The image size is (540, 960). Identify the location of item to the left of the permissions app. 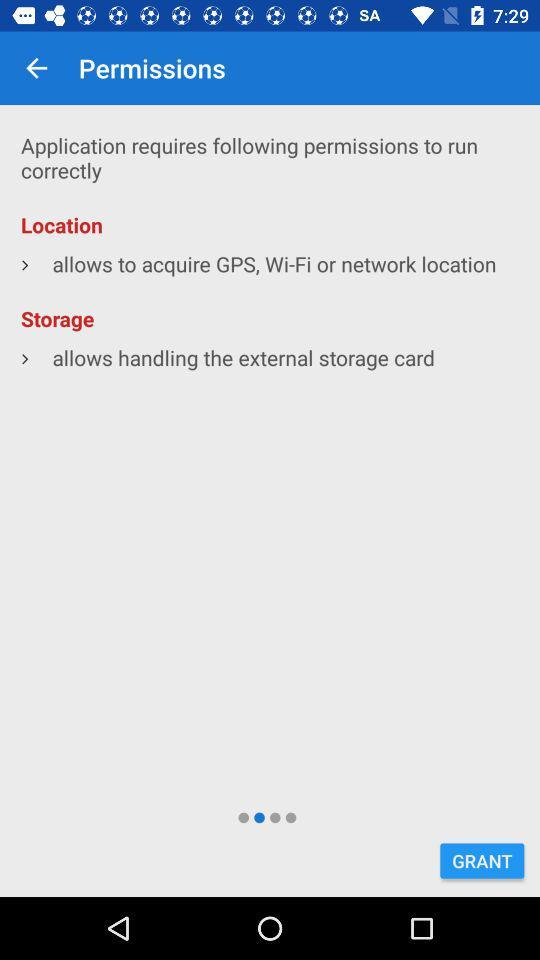
(36, 68).